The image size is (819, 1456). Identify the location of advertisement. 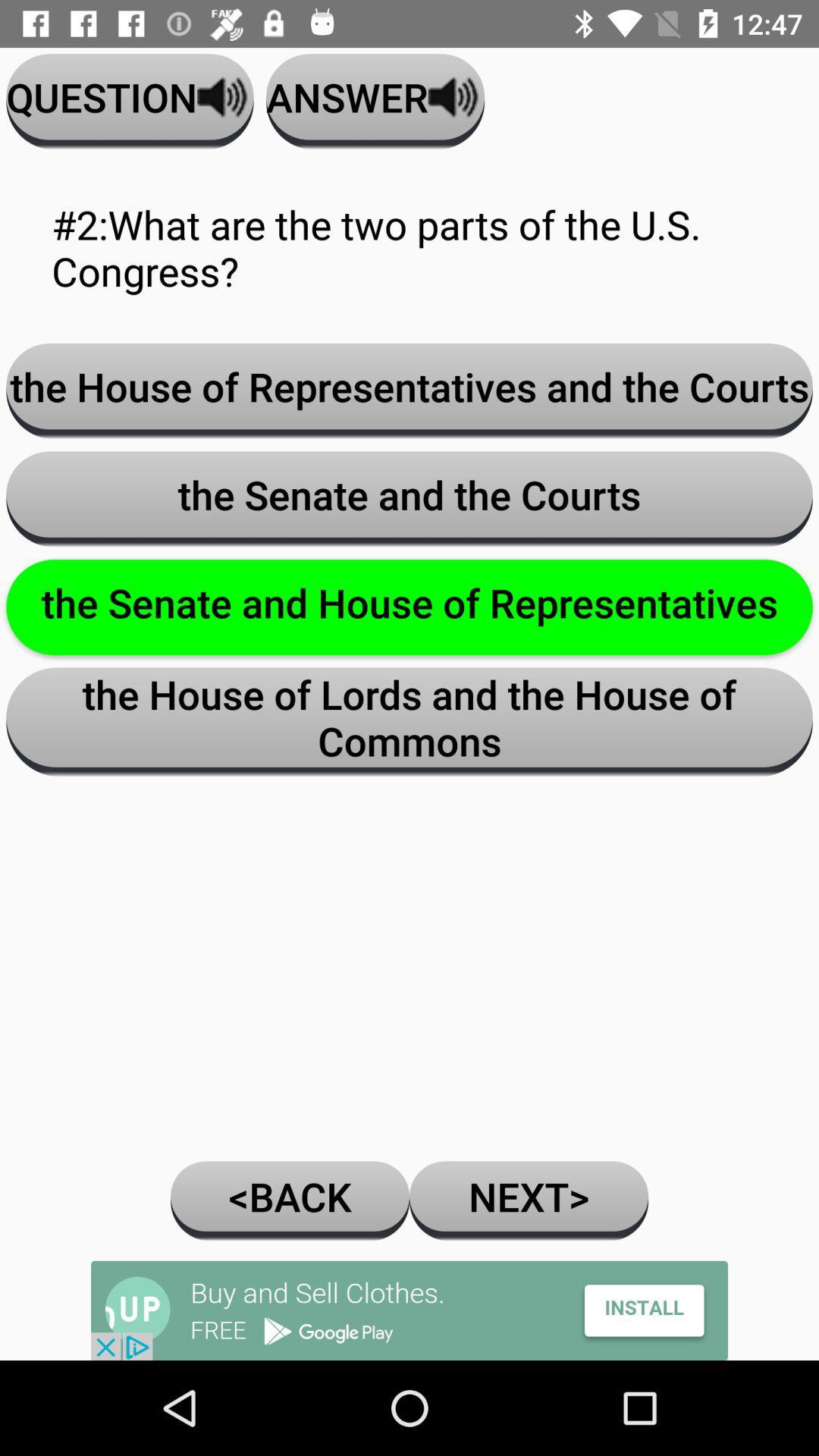
(409, 1310).